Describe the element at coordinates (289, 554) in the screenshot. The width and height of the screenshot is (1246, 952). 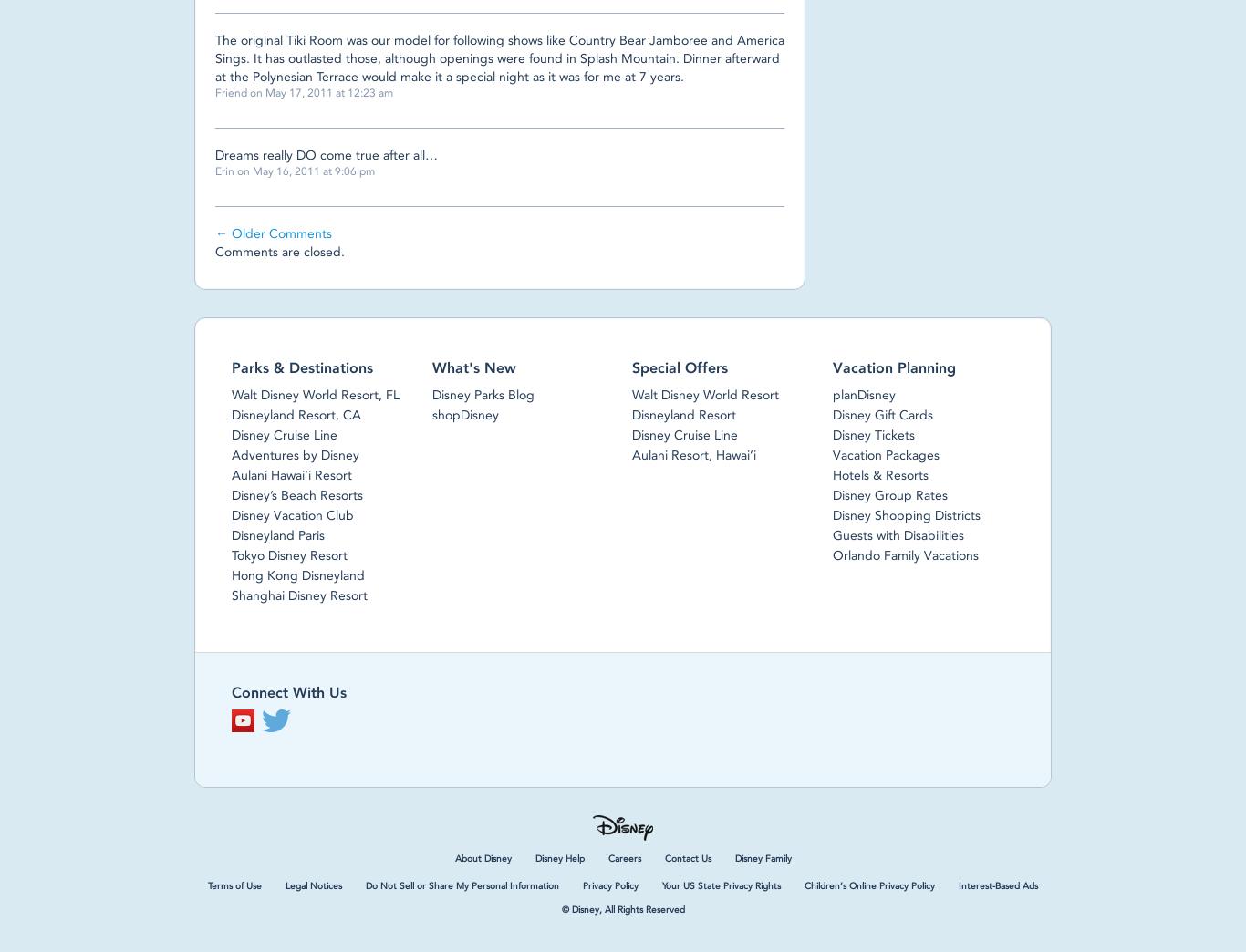
I see `'Tokyo Disney Resort'` at that location.